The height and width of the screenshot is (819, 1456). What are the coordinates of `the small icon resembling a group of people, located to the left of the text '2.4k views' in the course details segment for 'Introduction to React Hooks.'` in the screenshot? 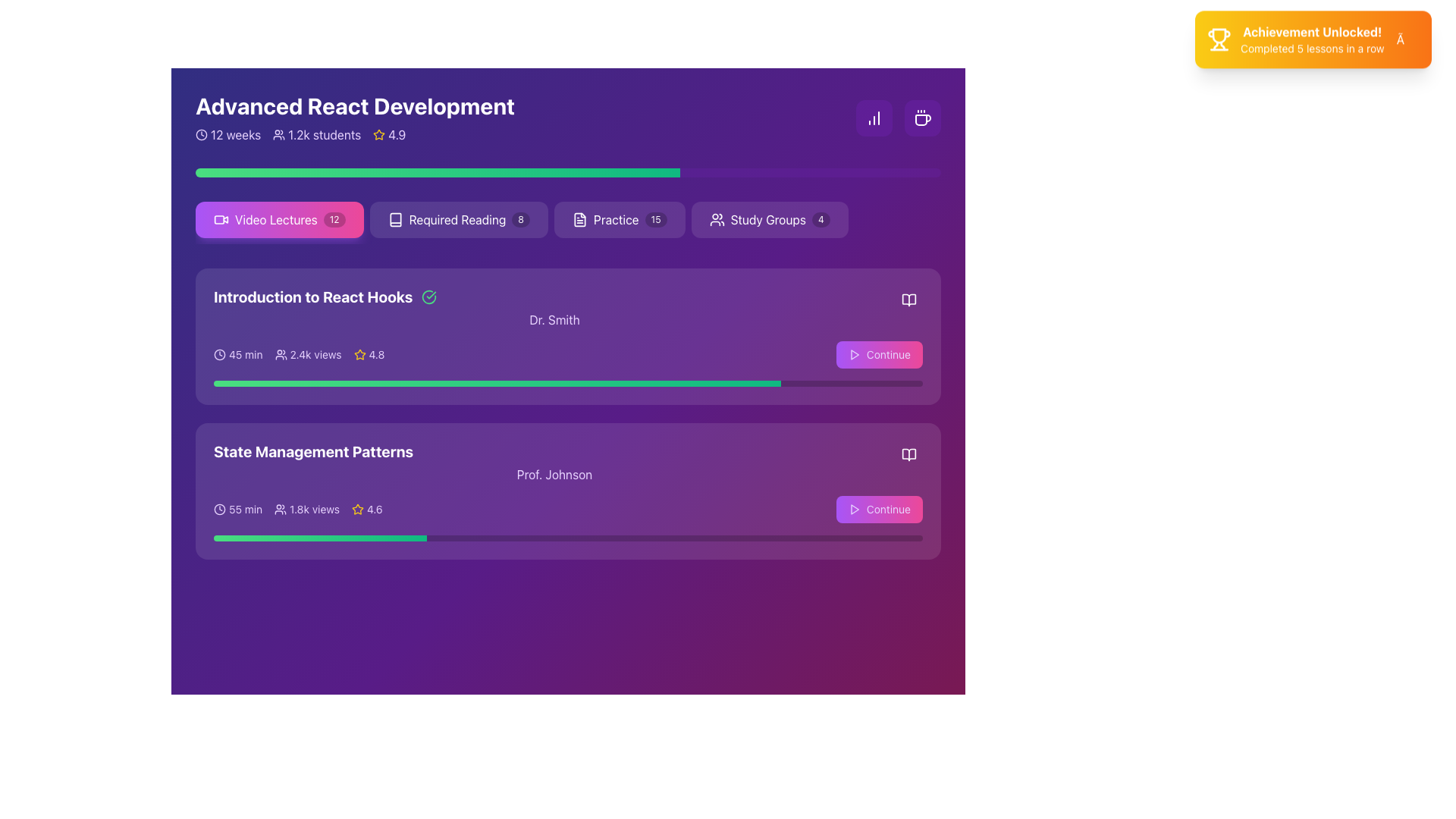 It's located at (281, 354).